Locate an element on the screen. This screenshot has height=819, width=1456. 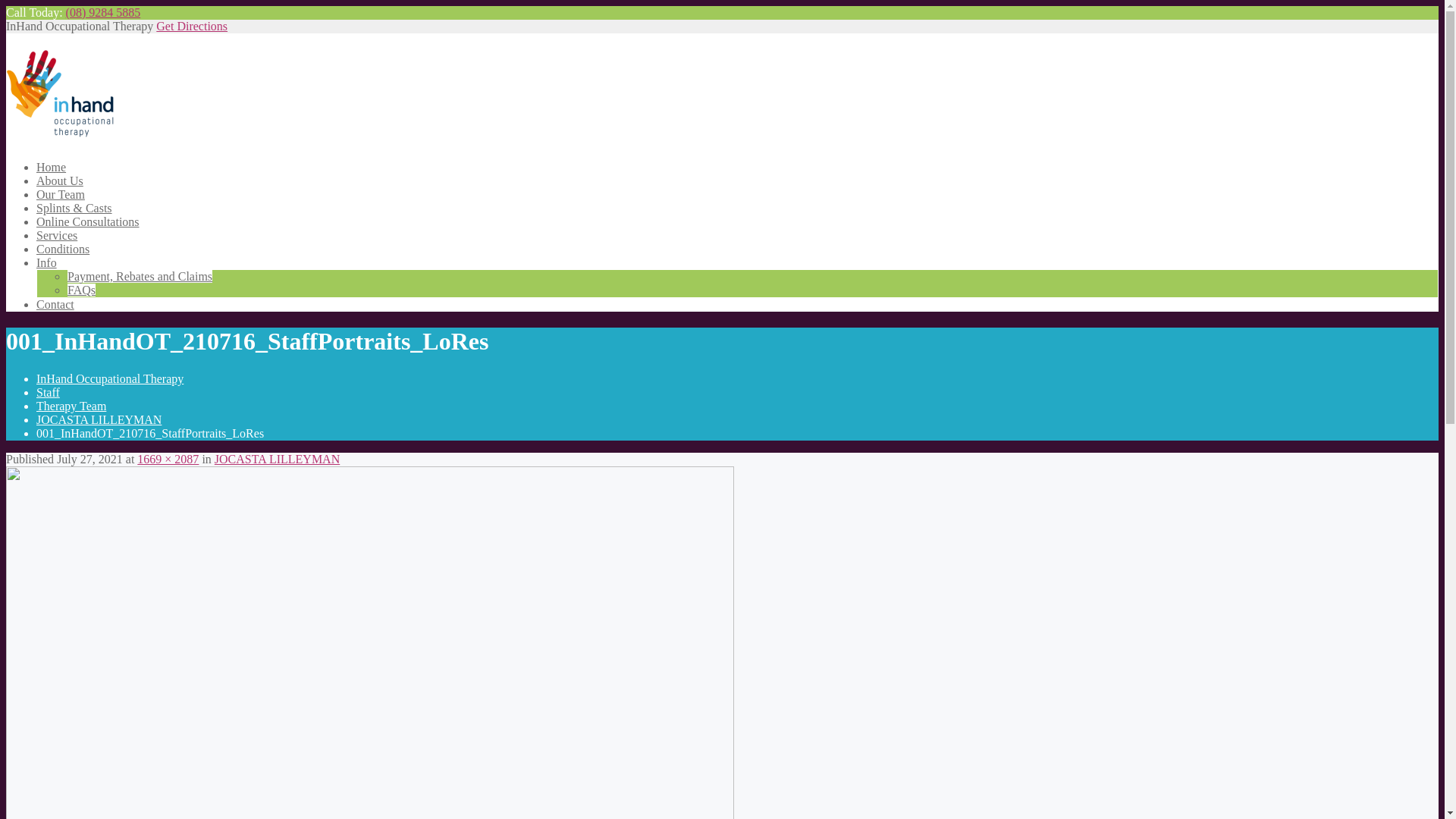
'Info' is located at coordinates (46, 262).